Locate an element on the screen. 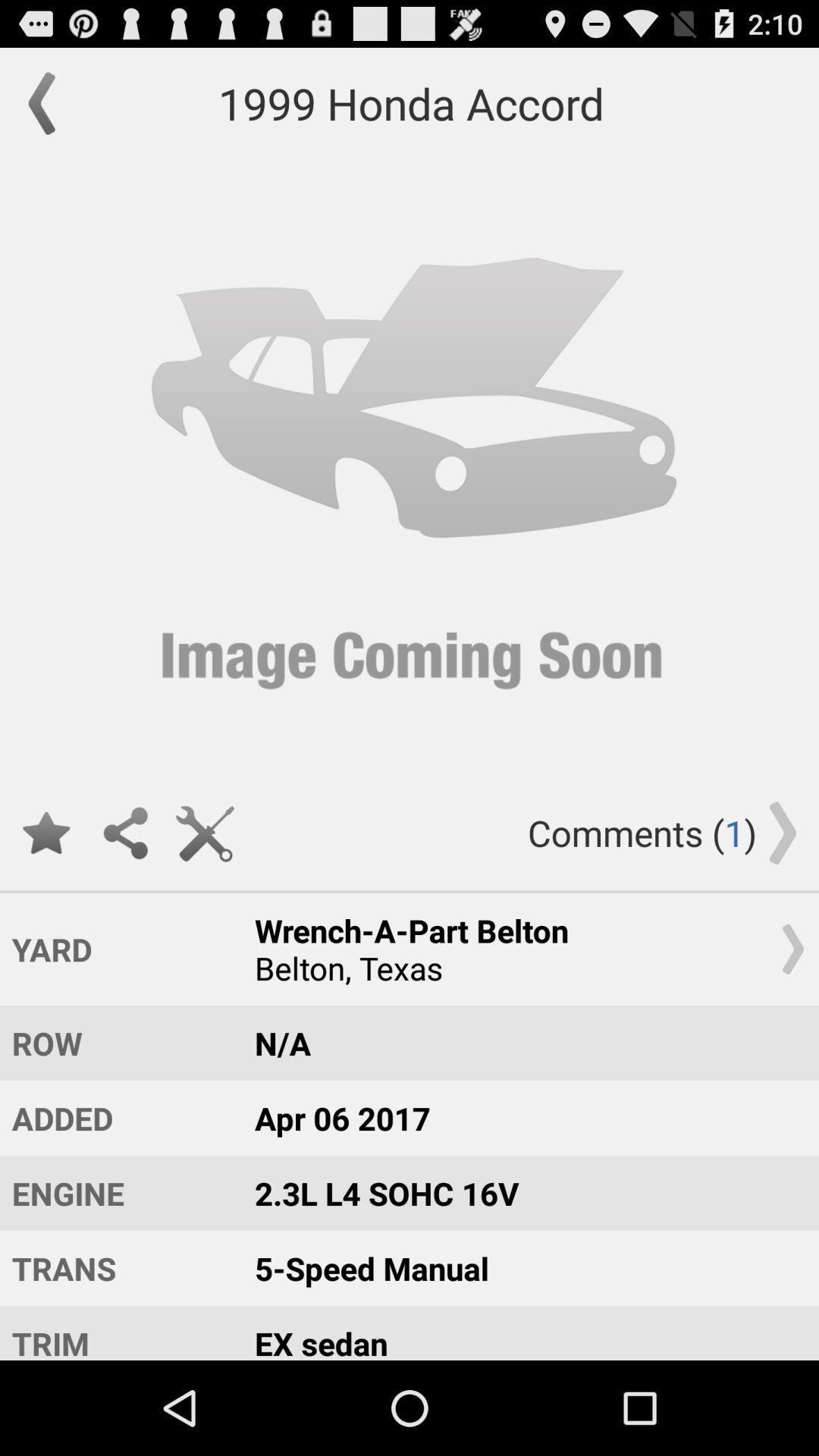  the icon to the right of the row icon is located at coordinates (522, 1118).